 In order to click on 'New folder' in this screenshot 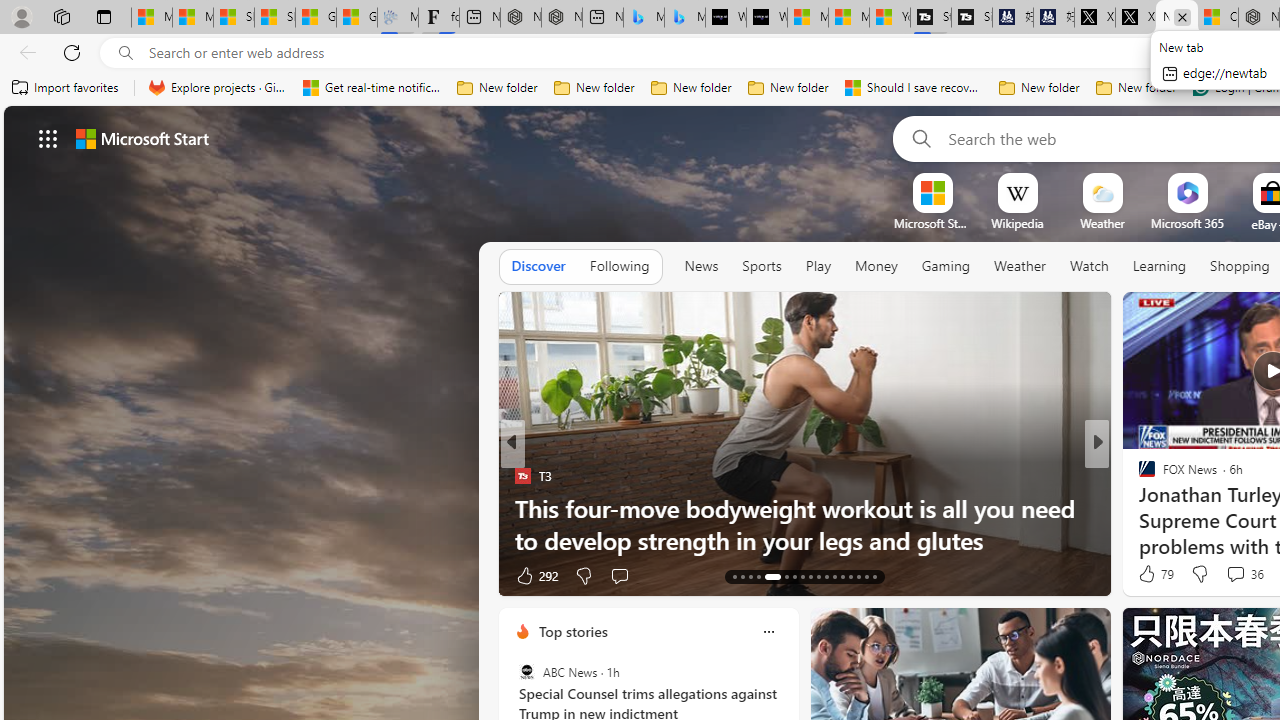, I will do `click(1136, 87)`.